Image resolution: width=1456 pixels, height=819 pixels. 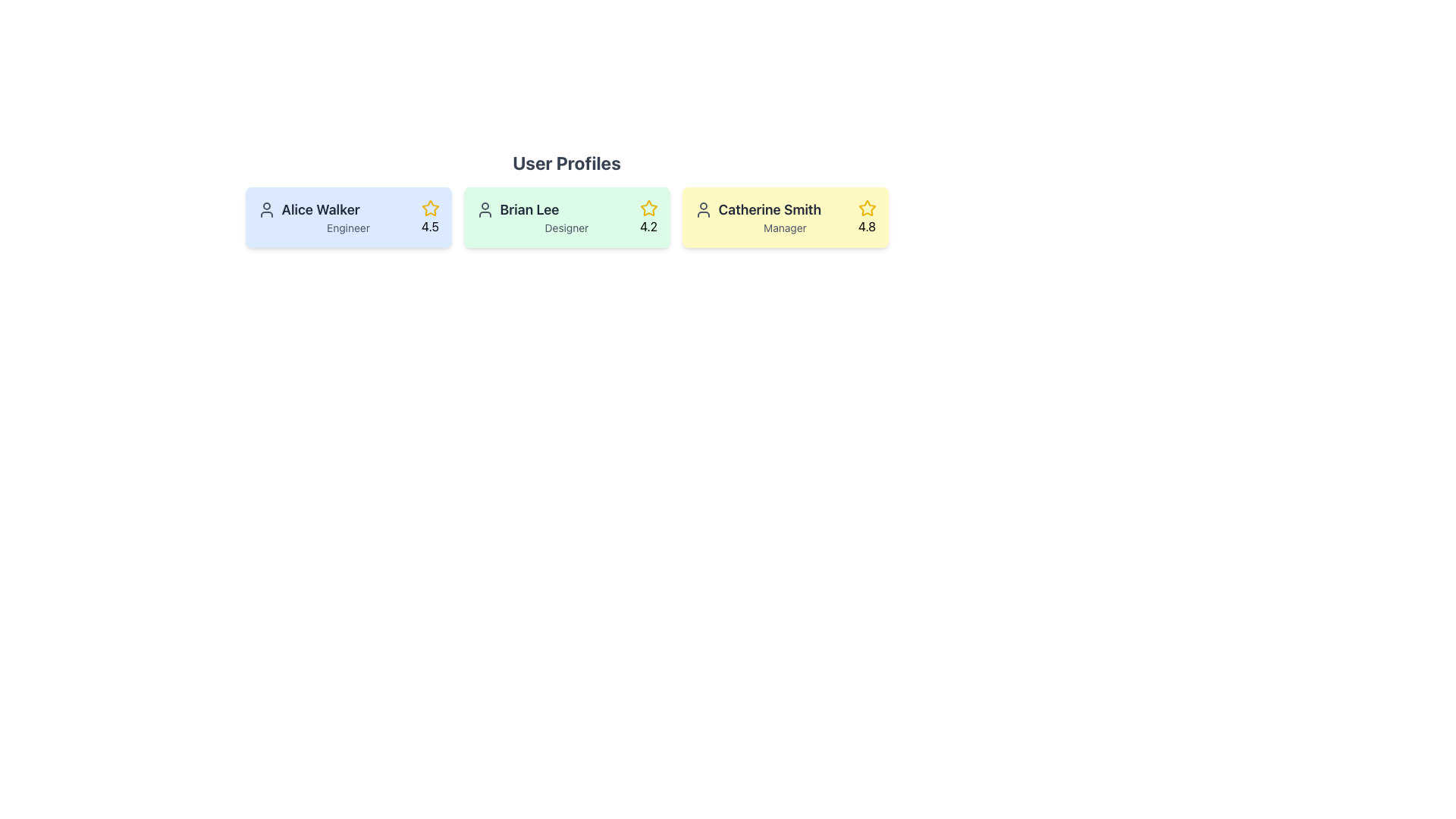 I want to click on the text label displaying 'Alice Walker', which is the first text component in the profile card section under 'User Profiles', so click(x=347, y=210).